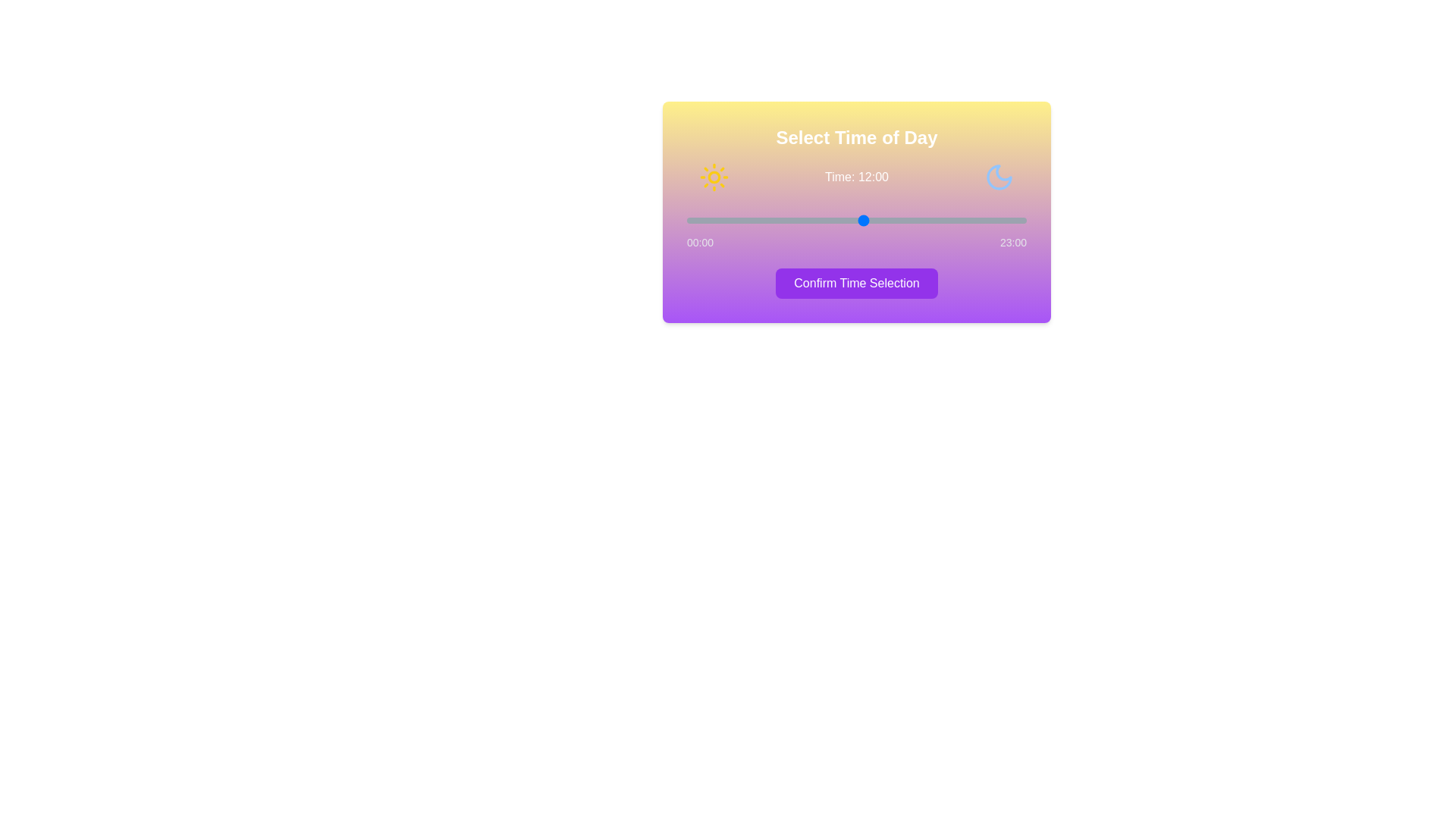  Describe the element at coordinates (701, 220) in the screenshot. I see `the time to 1 hour(s) by interacting with the slider` at that location.